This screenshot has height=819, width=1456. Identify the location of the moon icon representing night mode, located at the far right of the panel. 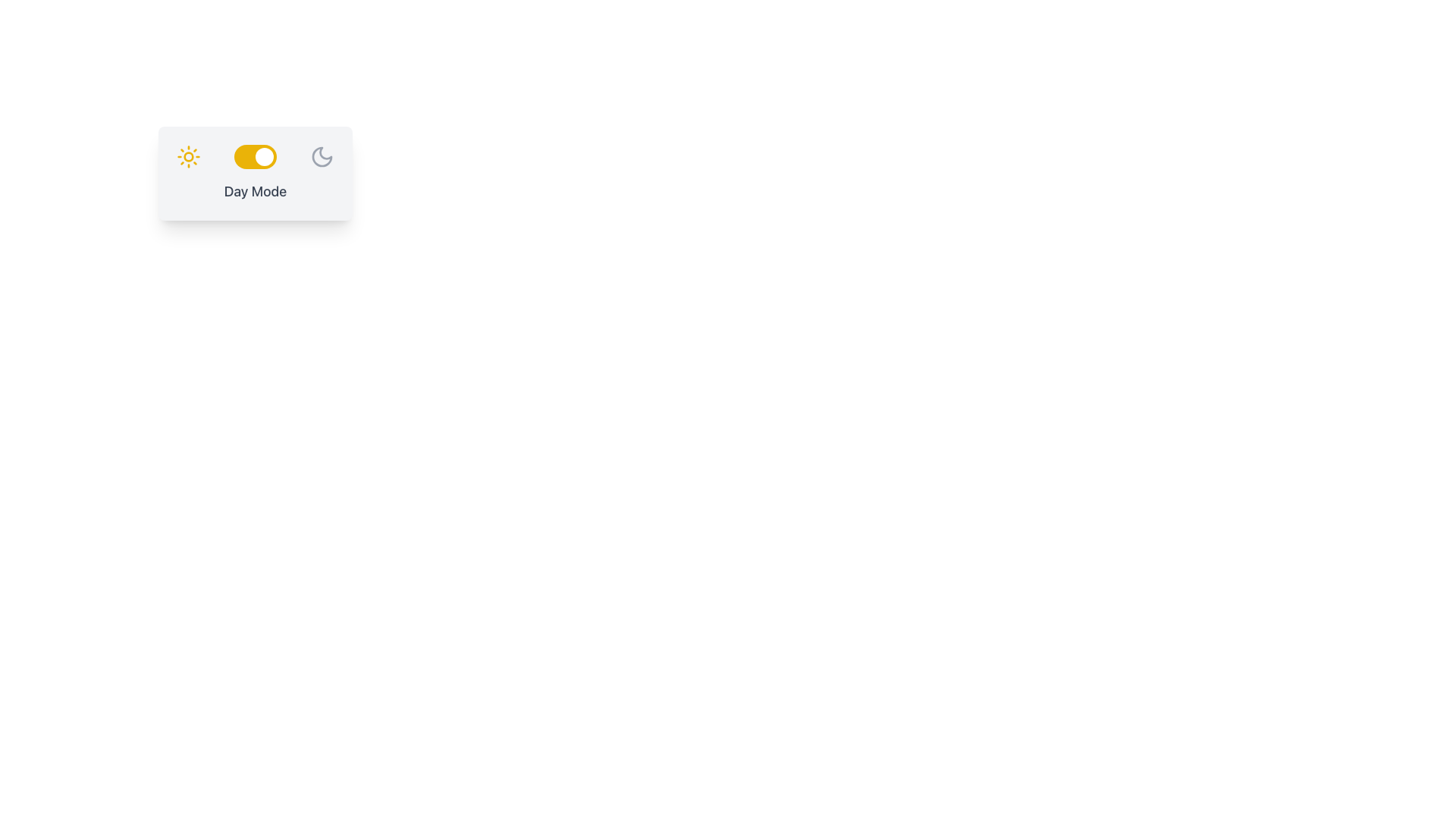
(322, 157).